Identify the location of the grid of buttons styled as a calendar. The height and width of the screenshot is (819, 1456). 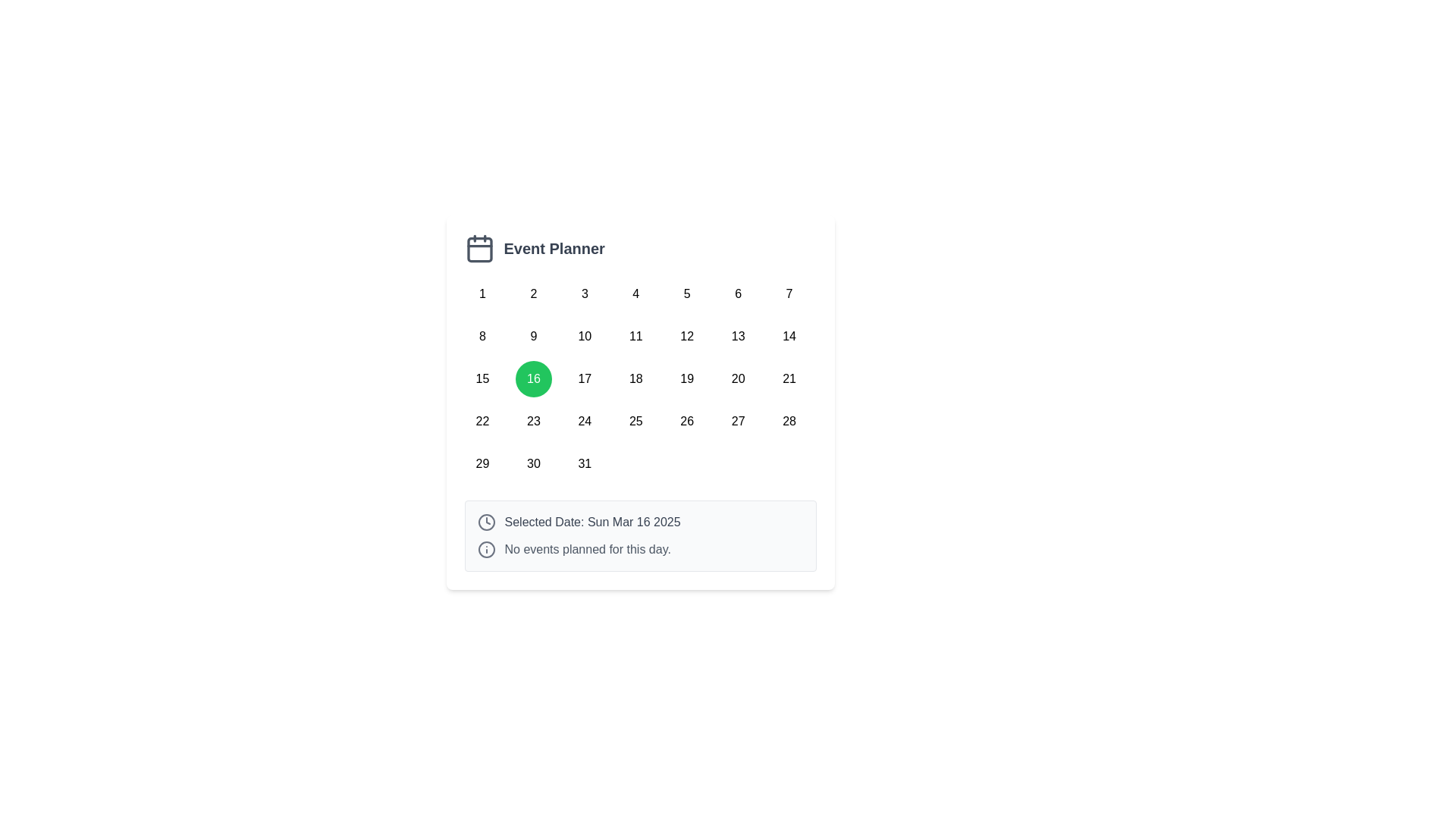
(640, 378).